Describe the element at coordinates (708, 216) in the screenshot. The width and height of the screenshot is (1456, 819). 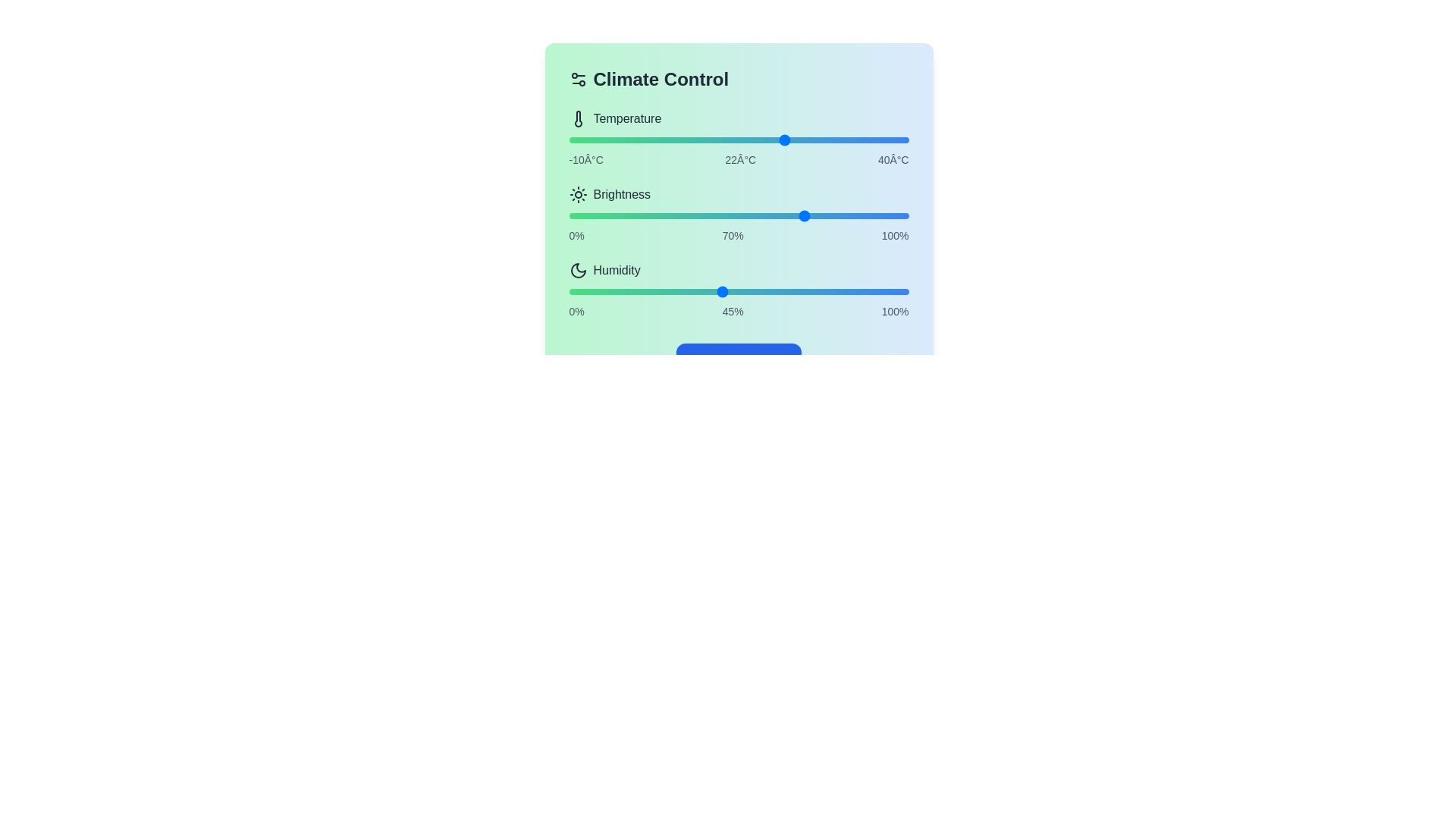
I see `the brightness` at that location.